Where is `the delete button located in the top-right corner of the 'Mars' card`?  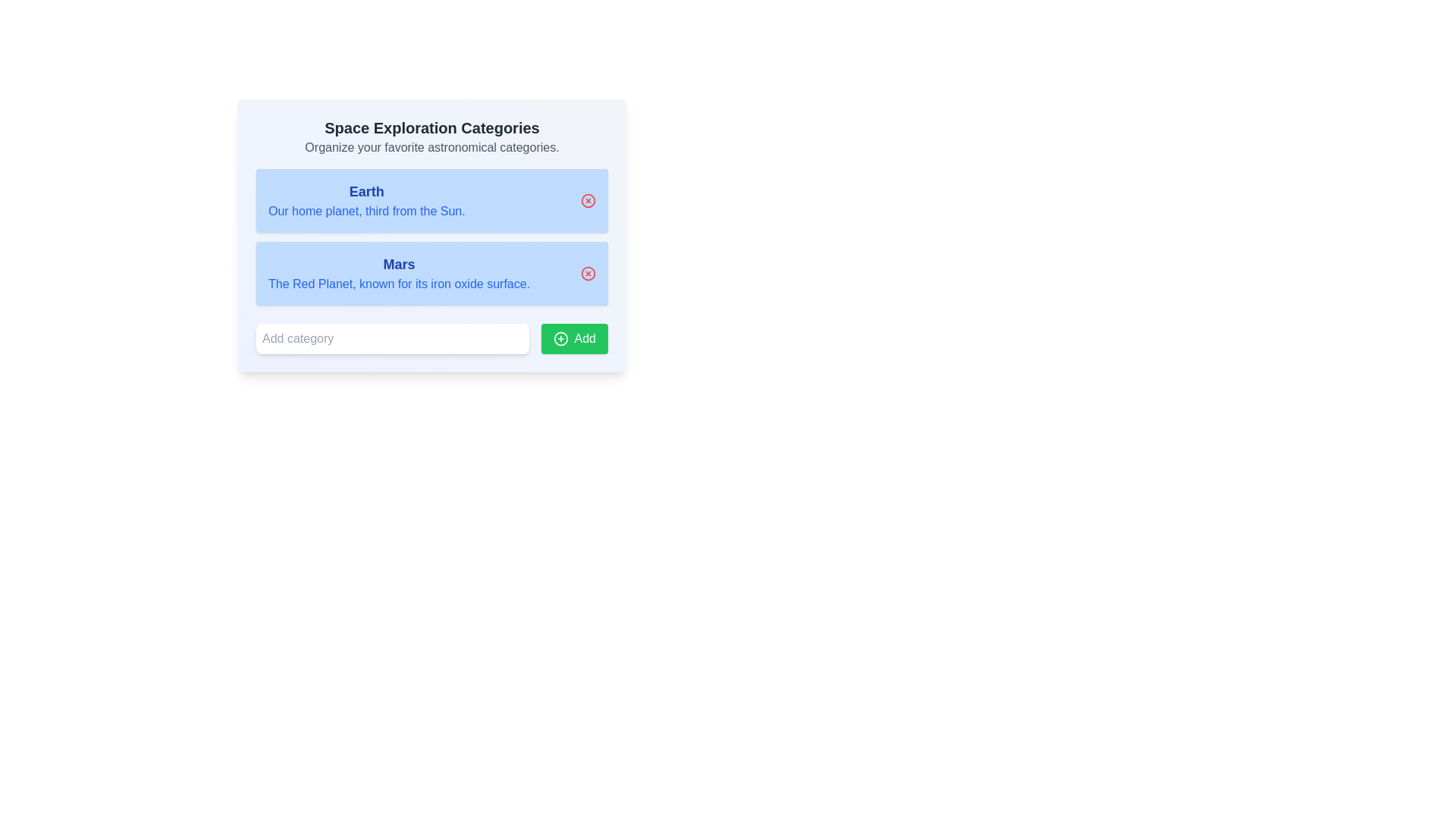 the delete button located in the top-right corner of the 'Mars' card is located at coordinates (588, 274).